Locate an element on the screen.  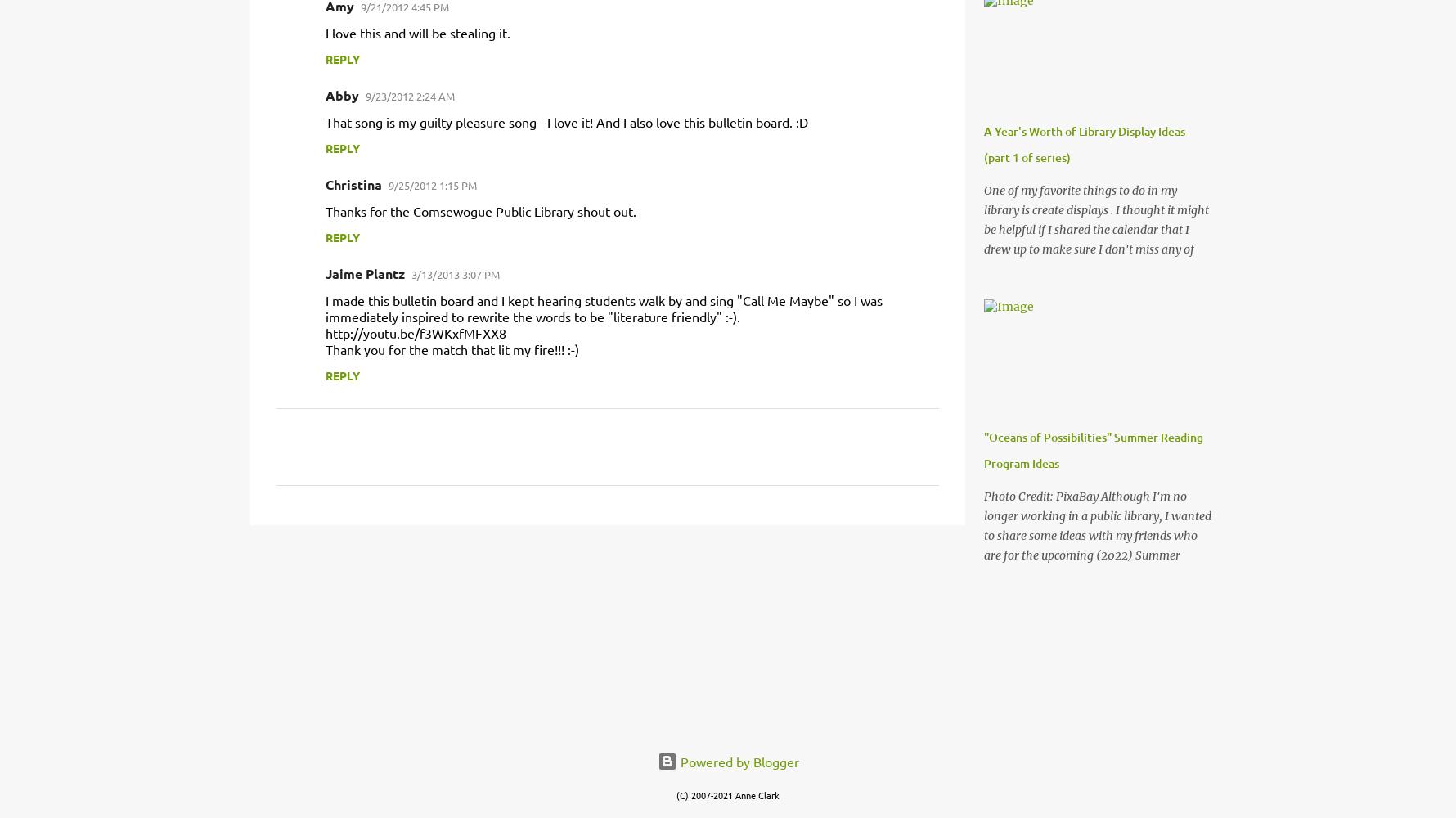
'Photo Credit: PixaBay Although I'm no longer working in a public library, I wanted to share some ideas with my friends who are for the upcoming (2022) Summer Reading Program theme "Oceans of Possibilities".  I hope these ideas help you out and that everyone has an amazing summer reading program!  3 of my favorite ocean-themed storytime activities:  Three Little Seahorses I Swam the Sea to See the Animals Going on a Pirate Ship And a beach storytime plan ! We don't have any oceans here in Michigan, so here are a few lake/pond favorites as well:  The Noisy Counting Book Down by the Lily Pad P.S. -- Summer is a great excuse to talk about the seasons with Kitty Gets Dressed .' is located at coordinates (983, 654).